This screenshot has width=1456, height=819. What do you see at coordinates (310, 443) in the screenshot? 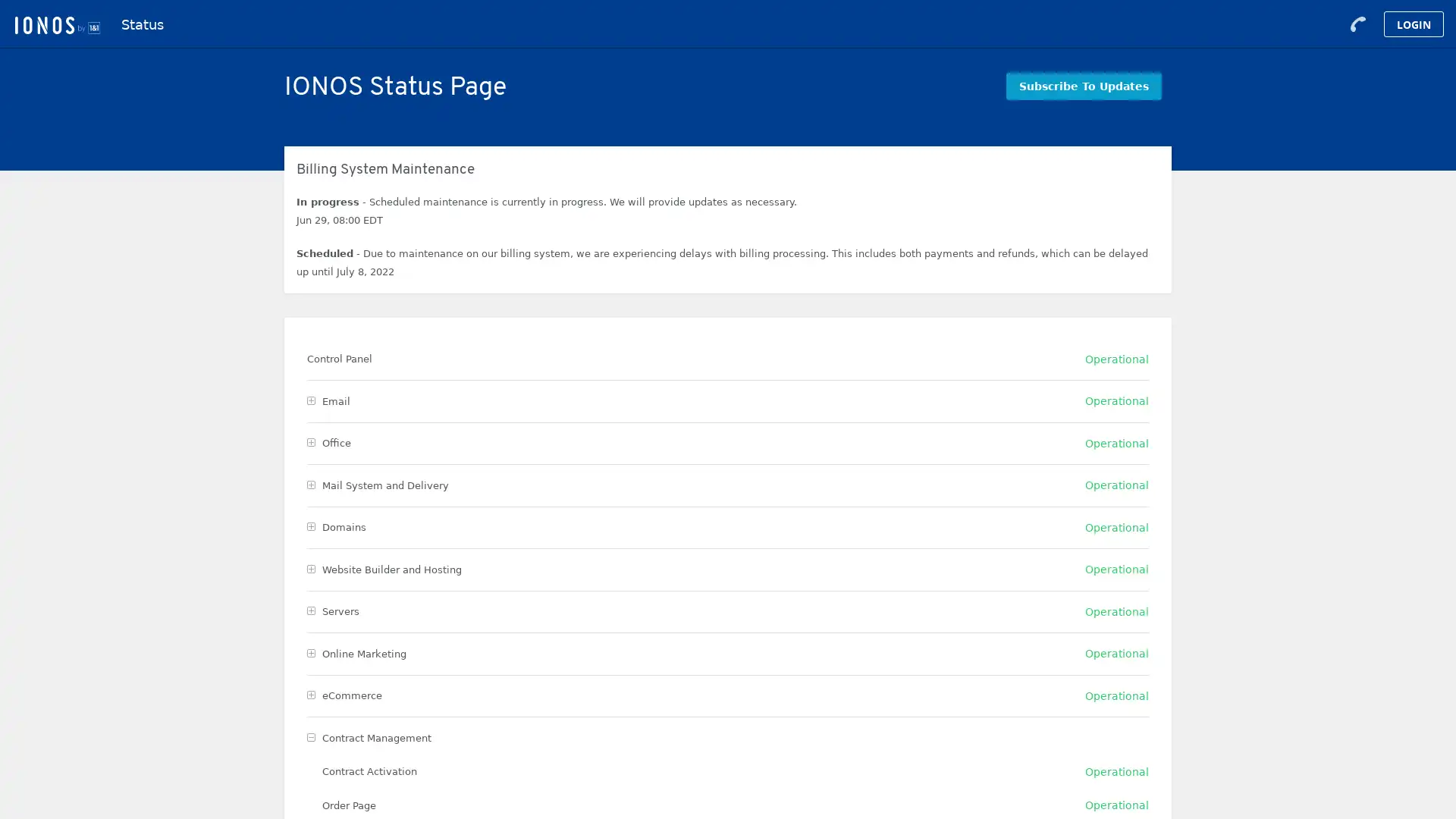
I see `Toggle Office` at bounding box center [310, 443].